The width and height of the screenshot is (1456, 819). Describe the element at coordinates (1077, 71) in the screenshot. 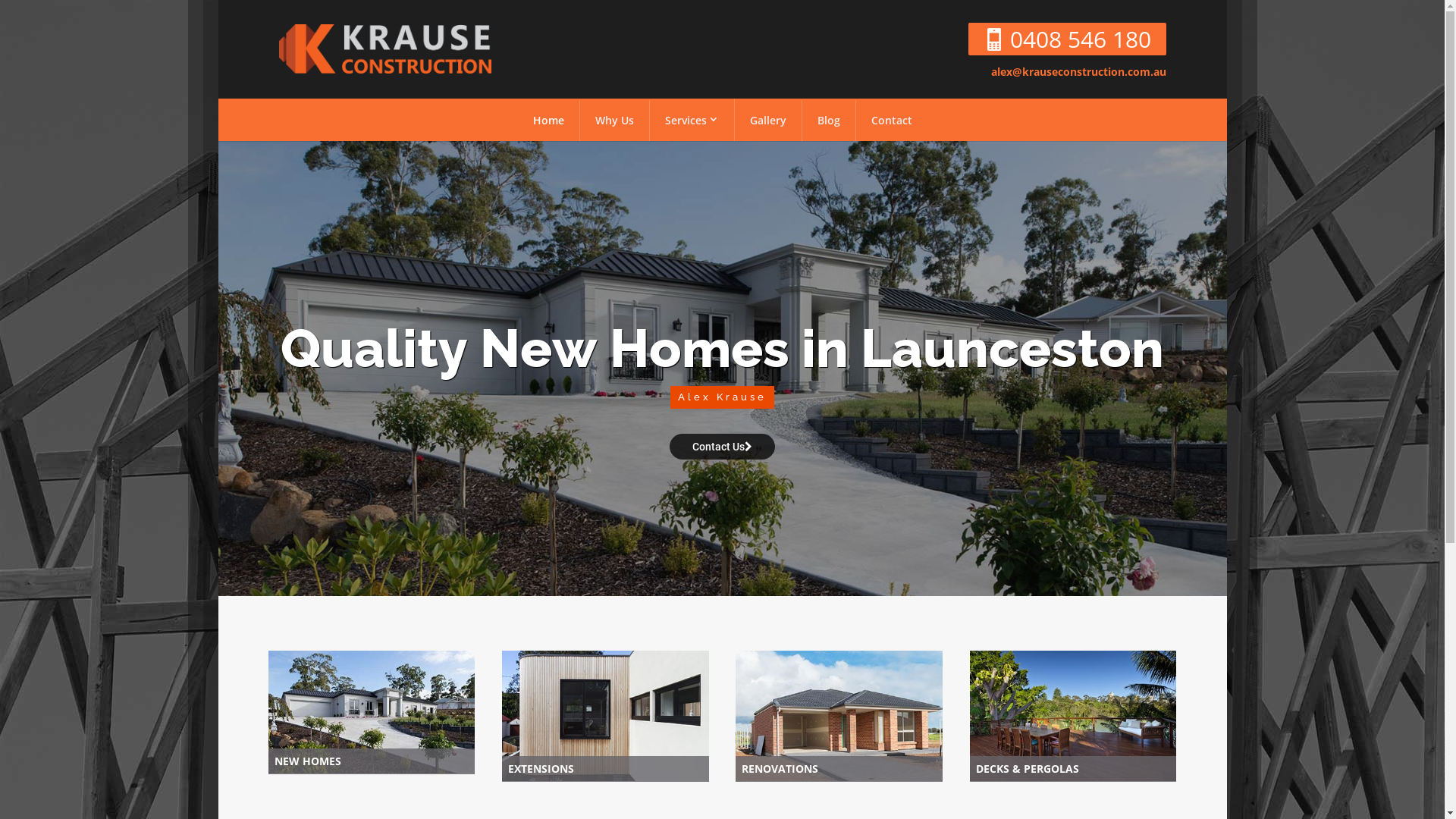

I see `'alex@krauseconstruction.com.au'` at that location.